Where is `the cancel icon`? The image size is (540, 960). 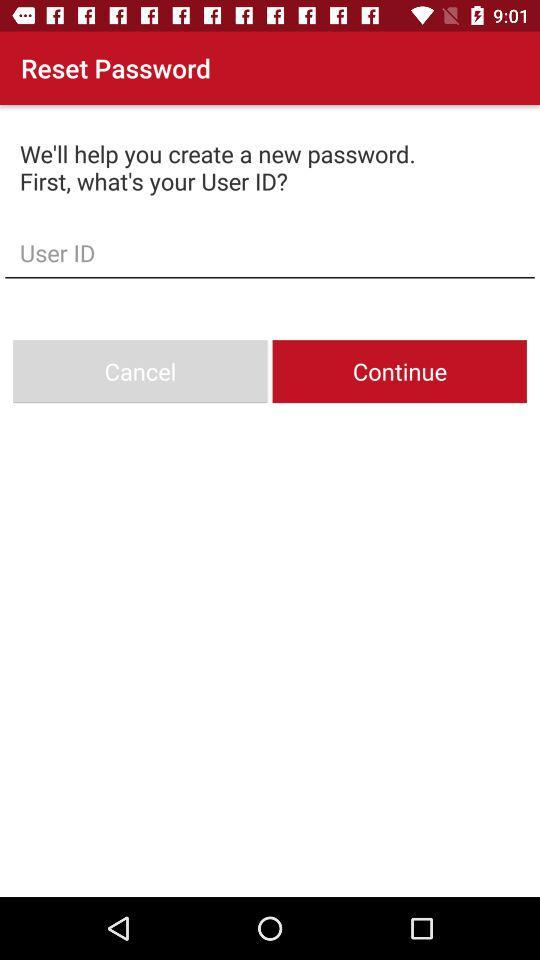 the cancel icon is located at coordinates (139, 370).